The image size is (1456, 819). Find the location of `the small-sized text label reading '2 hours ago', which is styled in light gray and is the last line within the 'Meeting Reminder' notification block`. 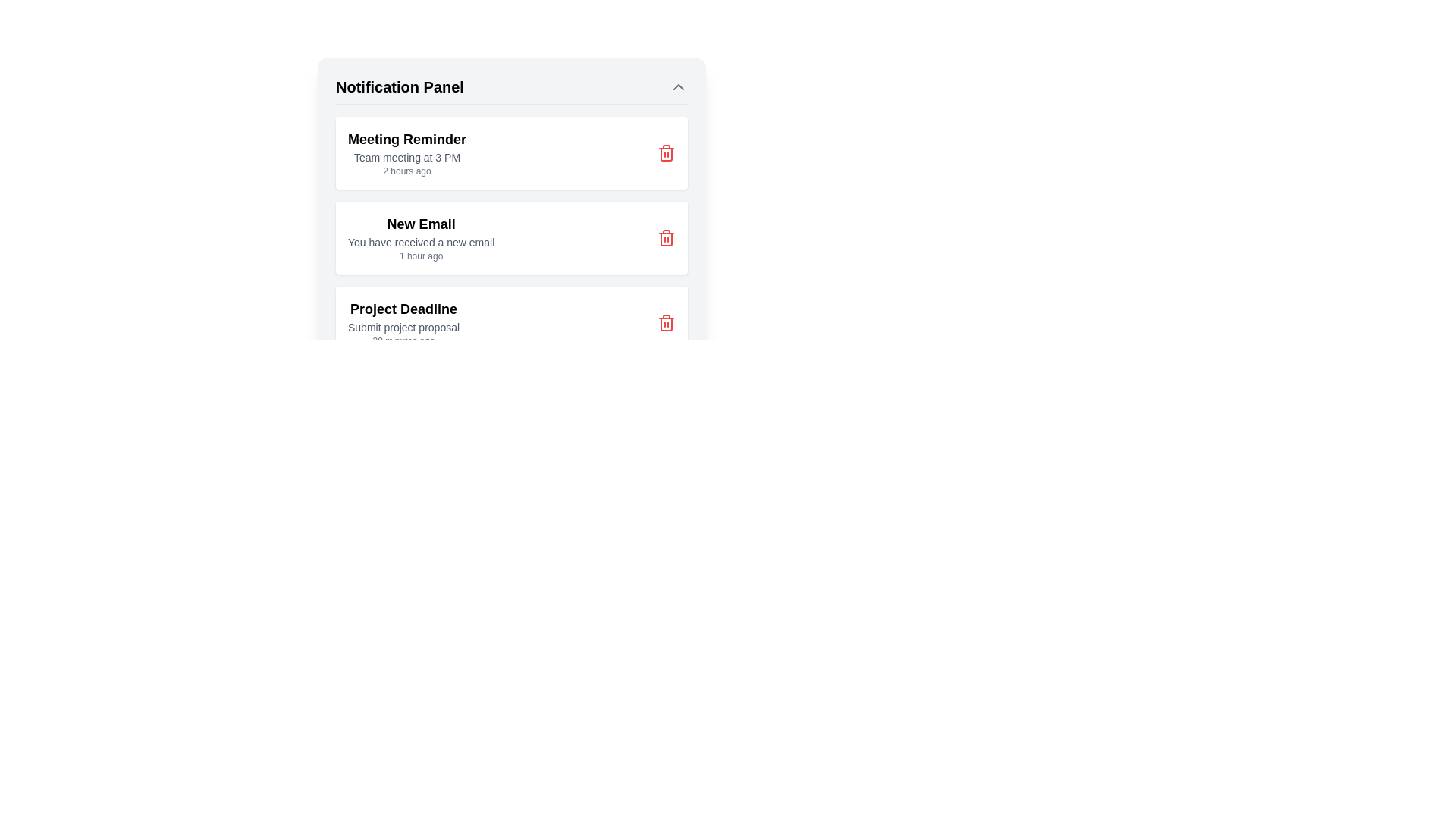

the small-sized text label reading '2 hours ago', which is styled in light gray and is the last line within the 'Meeting Reminder' notification block is located at coordinates (407, 171).